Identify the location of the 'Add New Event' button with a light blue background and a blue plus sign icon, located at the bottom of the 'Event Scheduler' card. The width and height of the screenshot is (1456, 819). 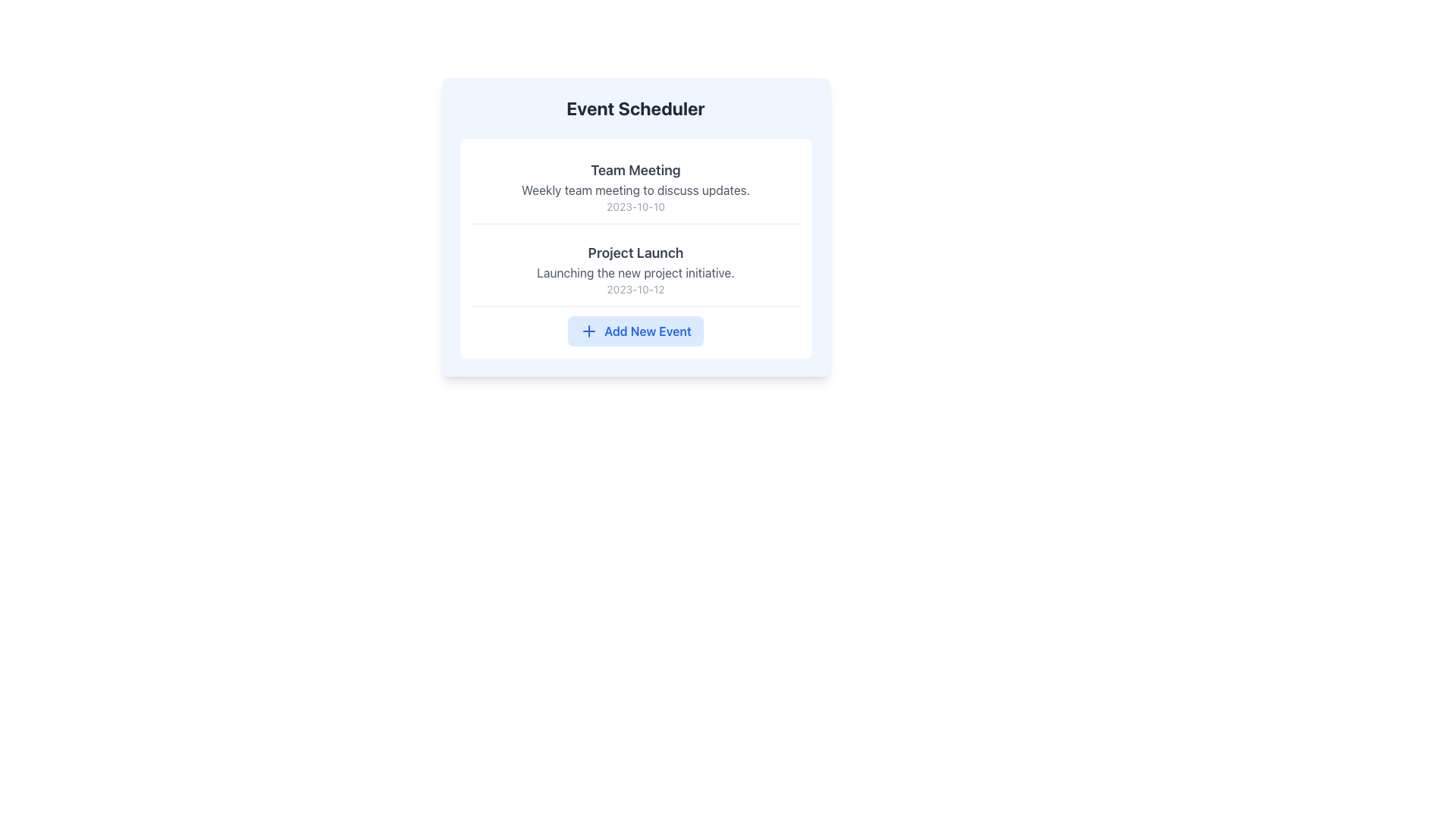
(635, 330).